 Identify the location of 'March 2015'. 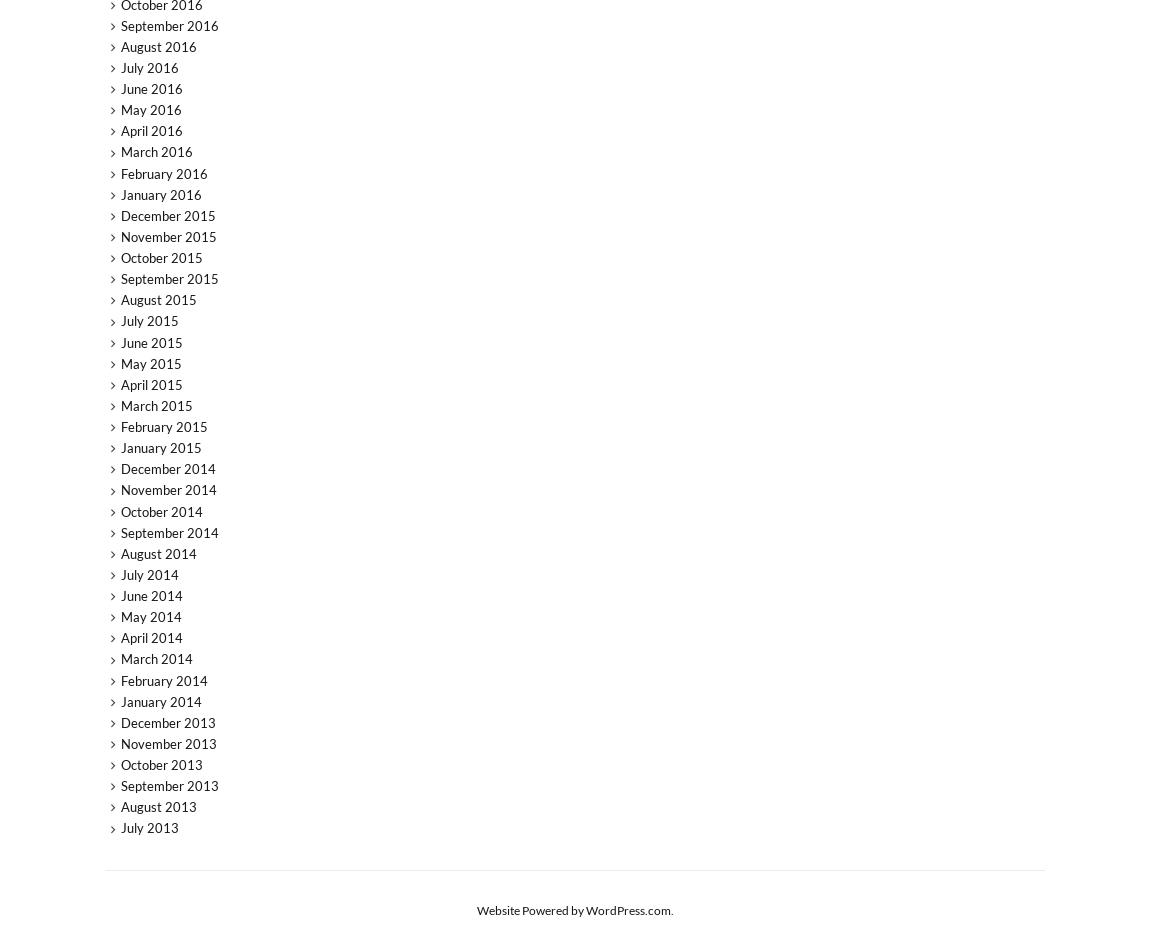
(118, 405).